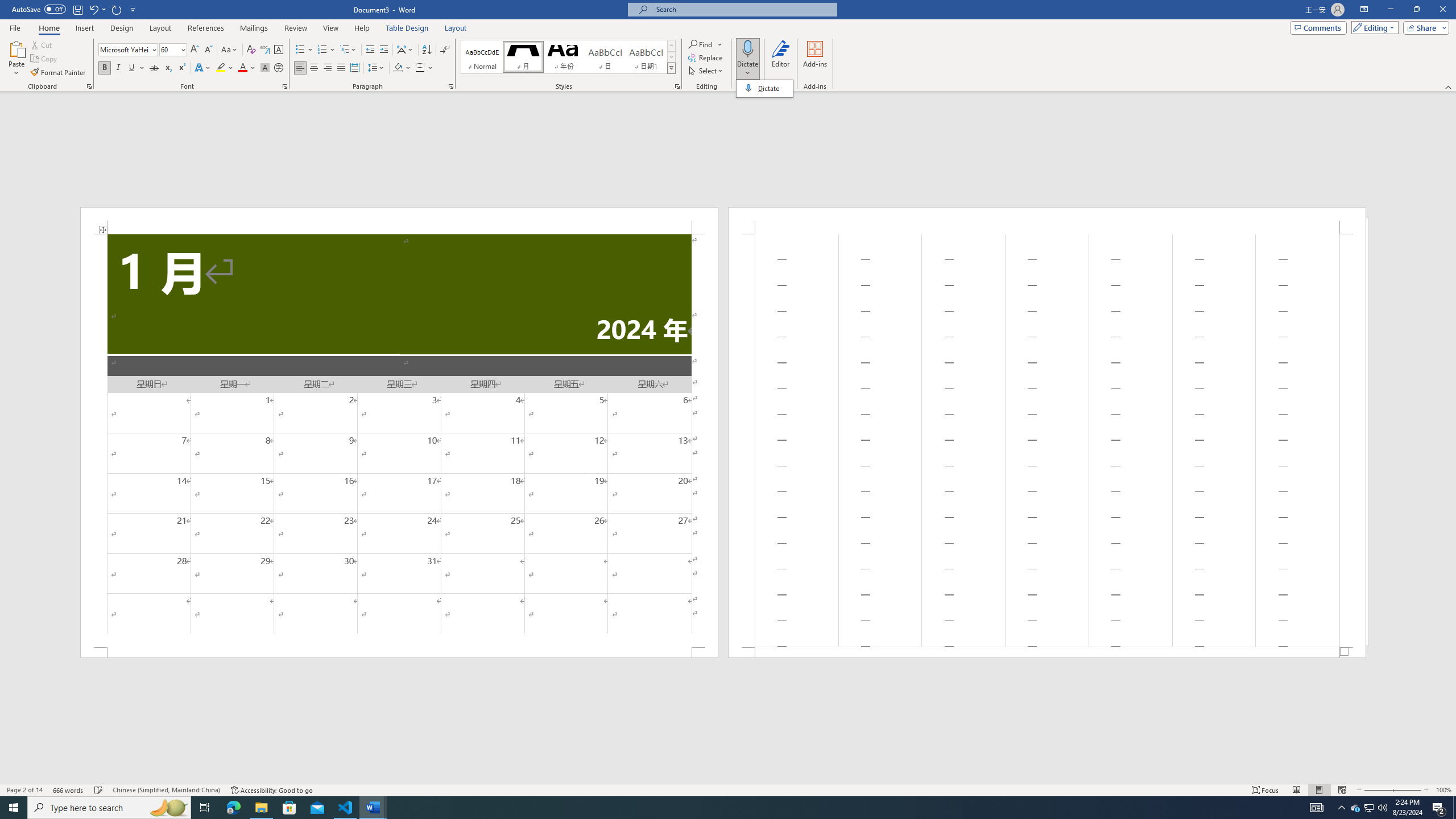 The width and height of the screenshot is (1456, 819). I want to click on 'User Promoted Notification Area', so click(1368, 806).